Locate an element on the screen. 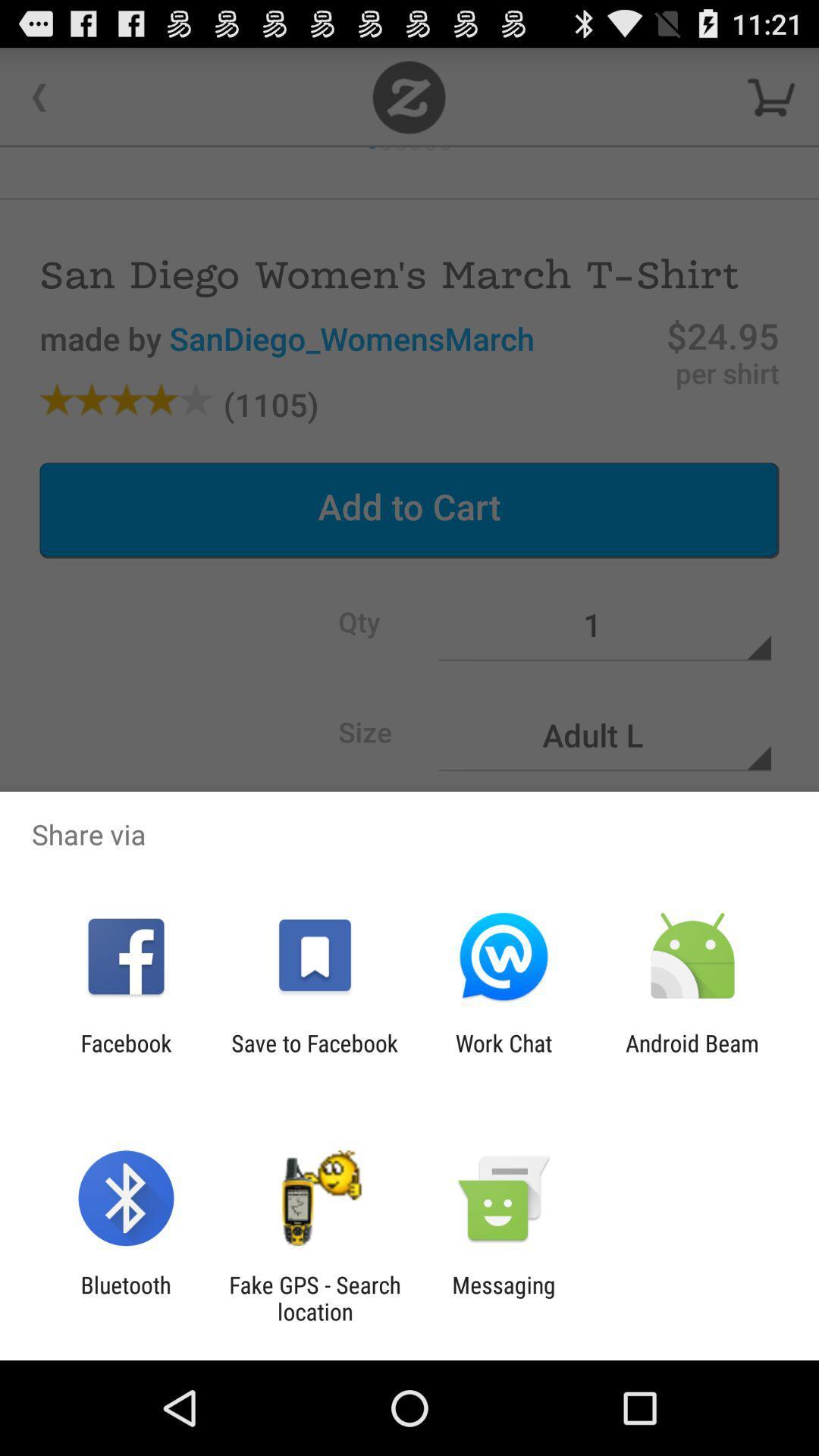  the icon to the left of fake gps search item is located at coordinates (125, 1298).